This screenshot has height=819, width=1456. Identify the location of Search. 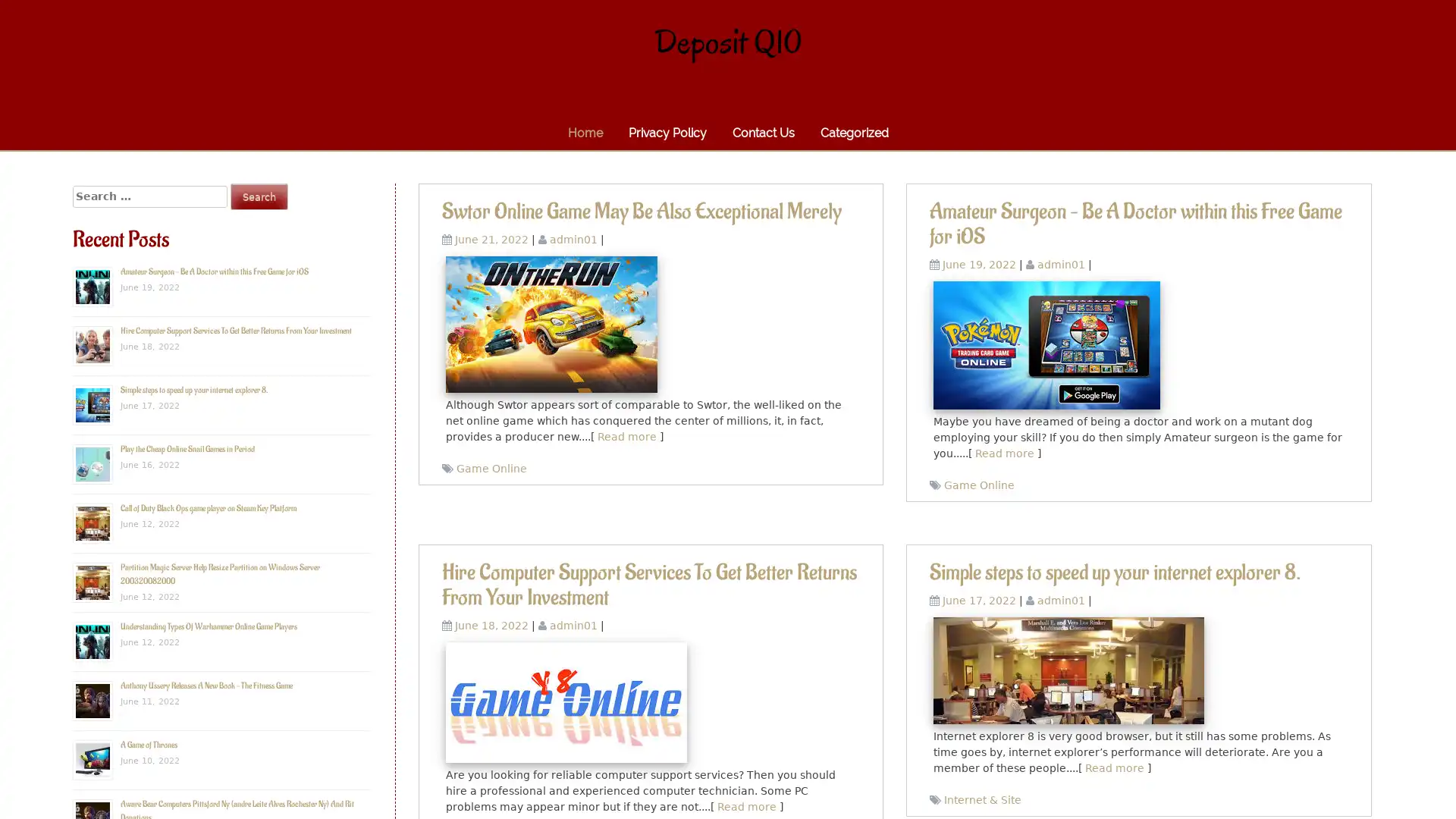
(259, 196).